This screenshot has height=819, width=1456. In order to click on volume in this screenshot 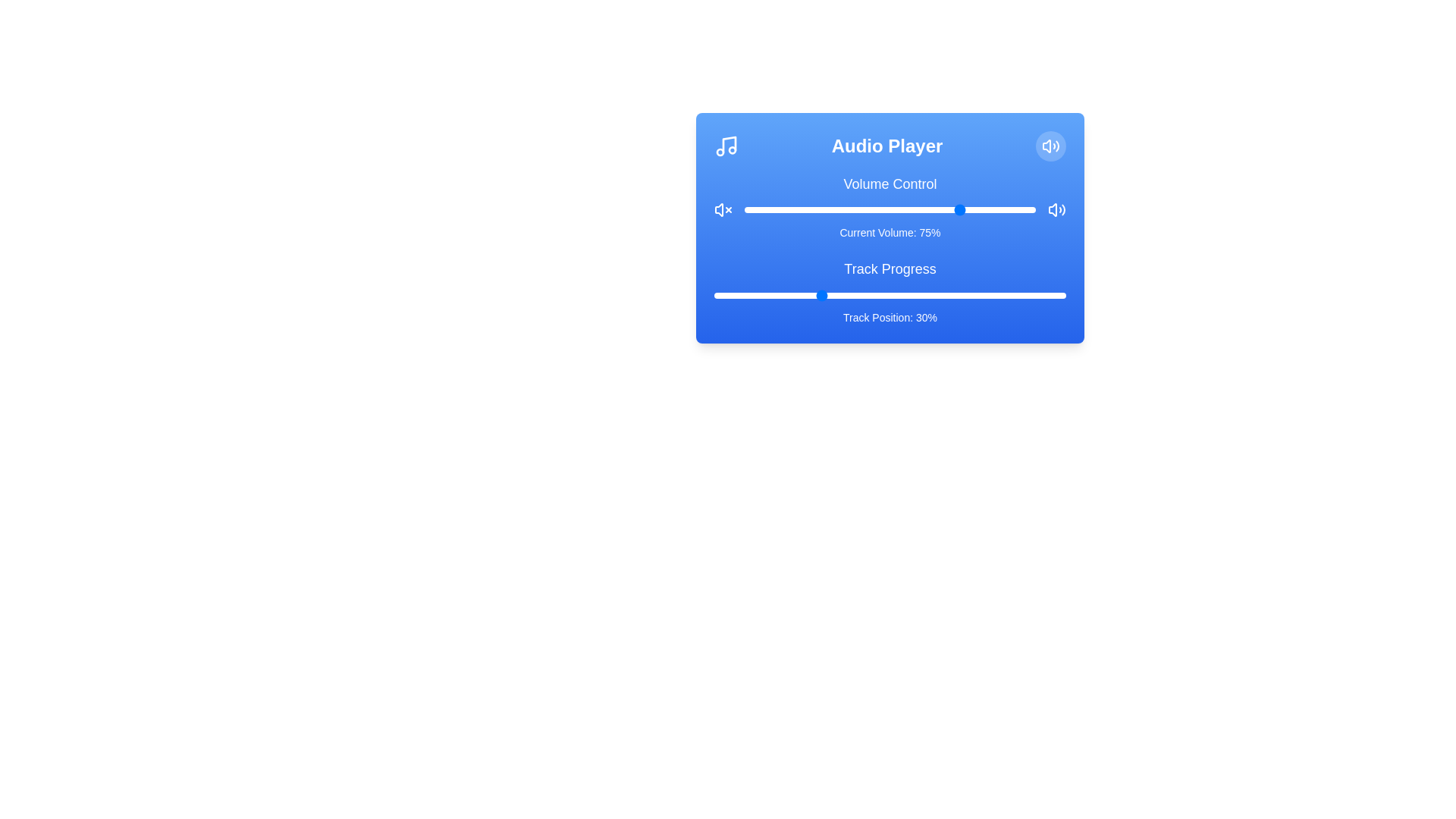, I will do `click(836, 210)`.